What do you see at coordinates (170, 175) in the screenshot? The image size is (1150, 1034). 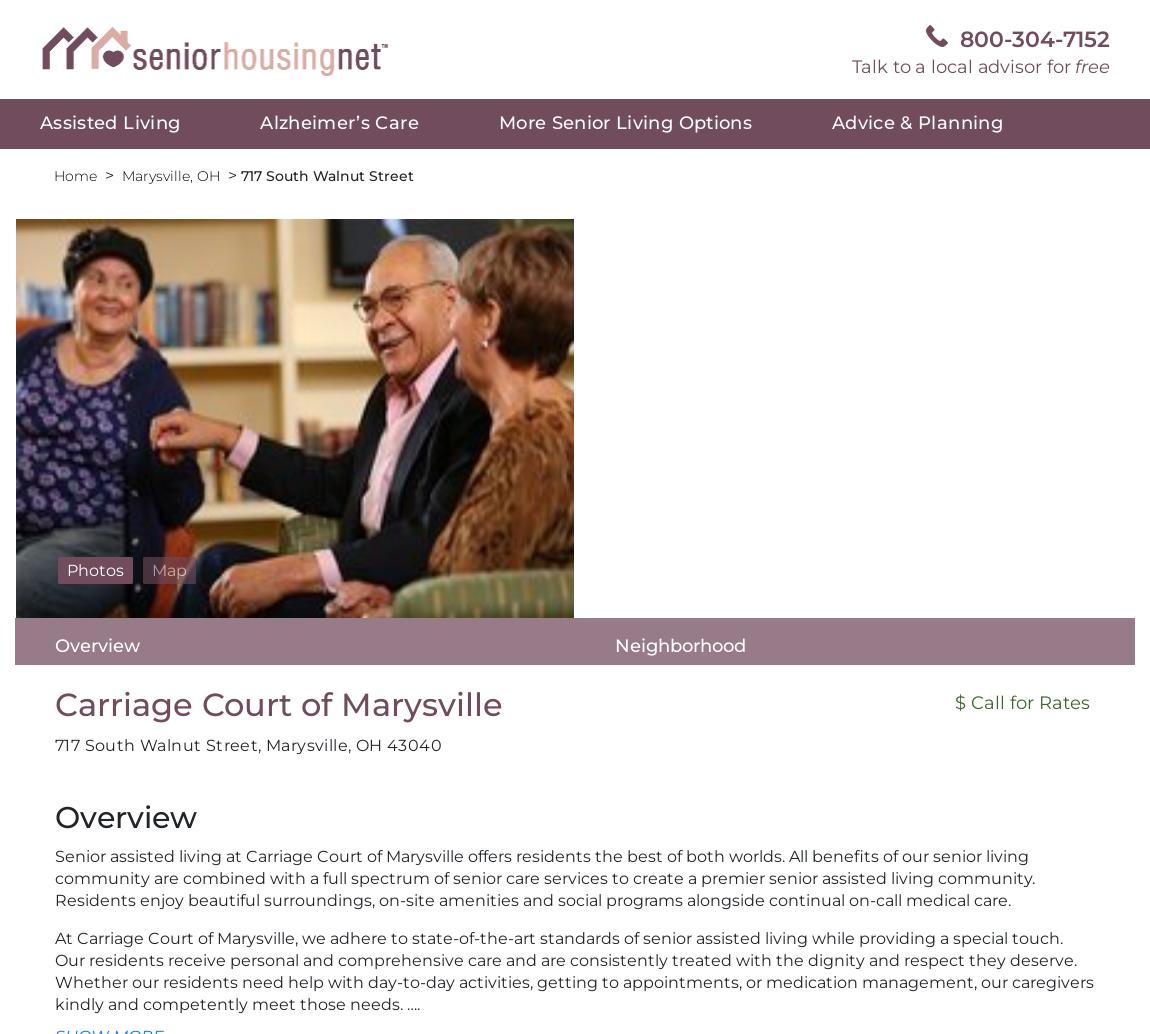 I see `'Marysville, OH'` at bounding box center [170, 175].